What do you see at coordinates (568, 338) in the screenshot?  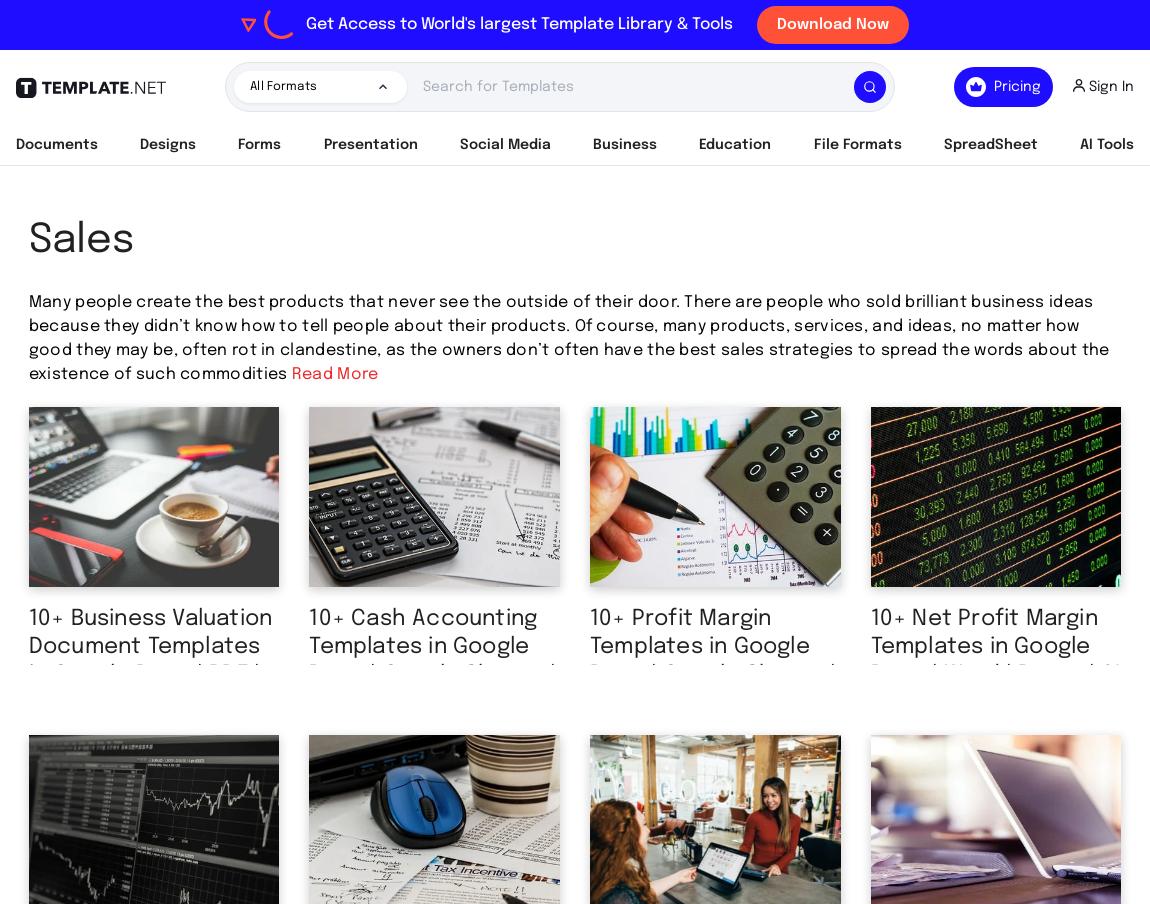 I see `'Many people create the best products that never see the outside of their door. There are people who sold brilliant business ideas because they didn’t know how to tell people about their products. Of course, many products, services, and ideas, no matter how good they may be, often rot in clandestine, as the owners don’t often have the best sales strategies to spread the words about the existence of such commodities'` at bounding box center [568, 338].